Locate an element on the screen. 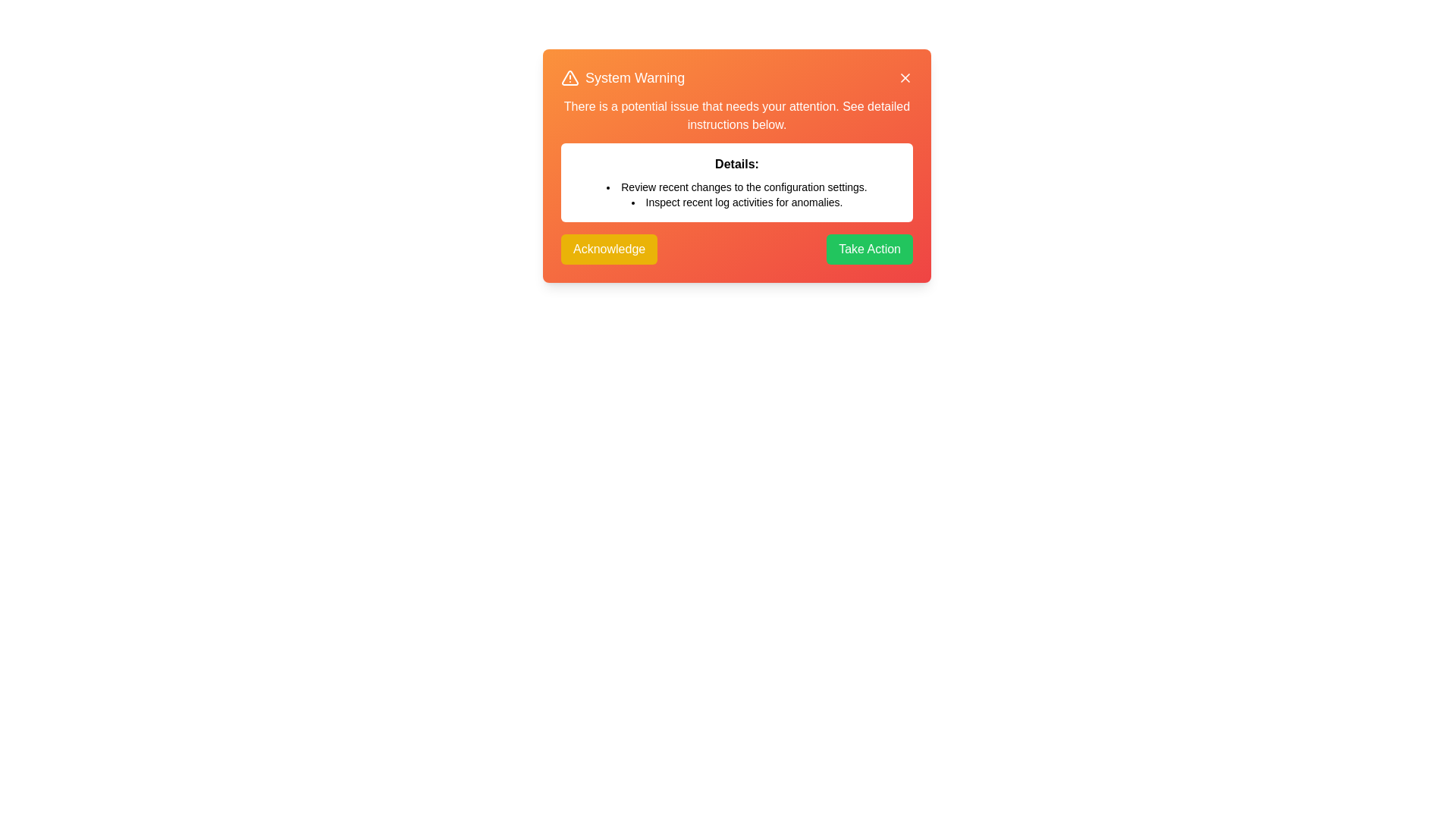  the 'System Warning' text label with the warning triangle icon located in the top-left corner of the orange dialog box header is located at coordinates (623, 78).